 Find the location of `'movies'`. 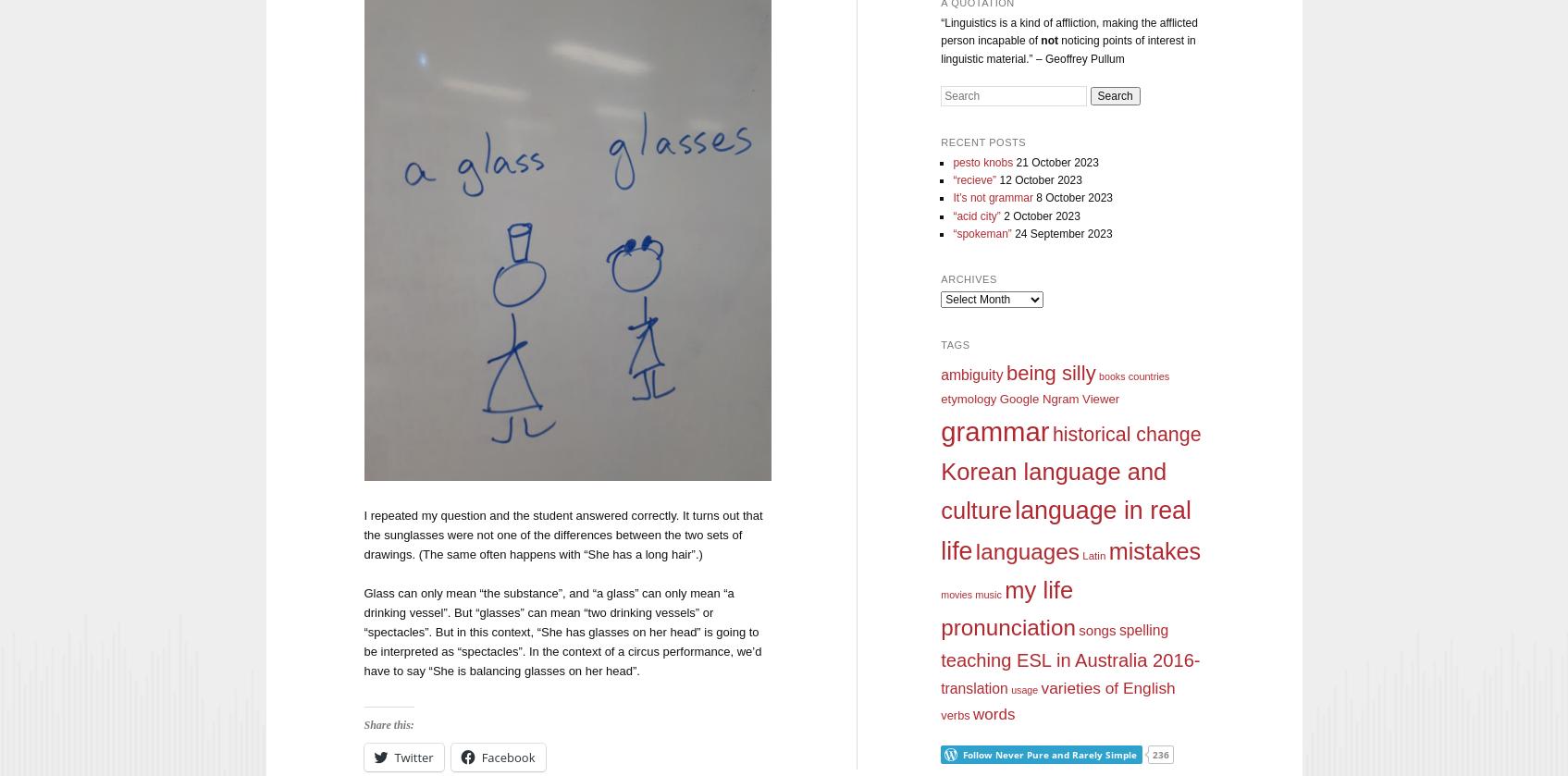

'movies' is located at coordinates (955, 593).